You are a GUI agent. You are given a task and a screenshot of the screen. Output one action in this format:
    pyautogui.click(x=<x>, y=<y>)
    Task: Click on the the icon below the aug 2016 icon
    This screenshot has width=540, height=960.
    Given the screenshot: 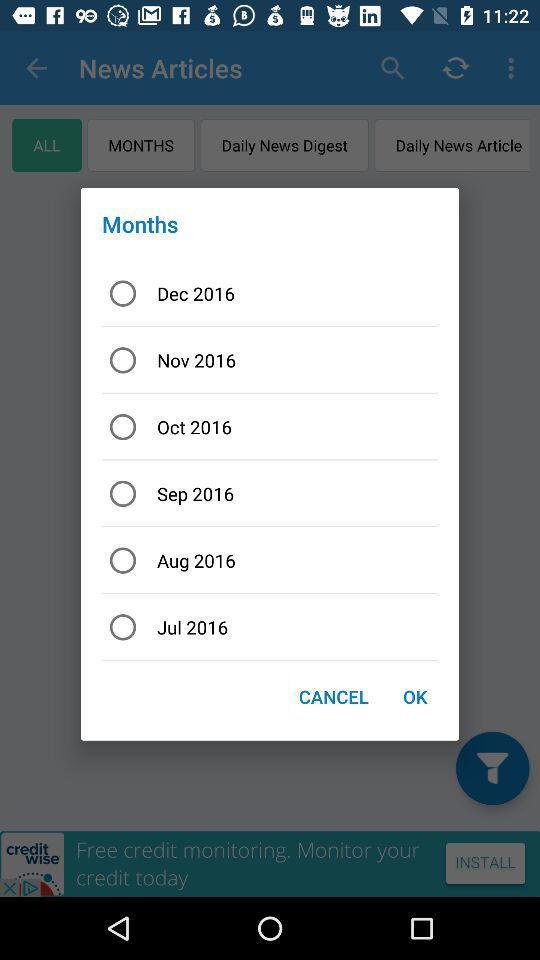 What is the action you would take?
    pyautogui.click(x=270, y=626)
    